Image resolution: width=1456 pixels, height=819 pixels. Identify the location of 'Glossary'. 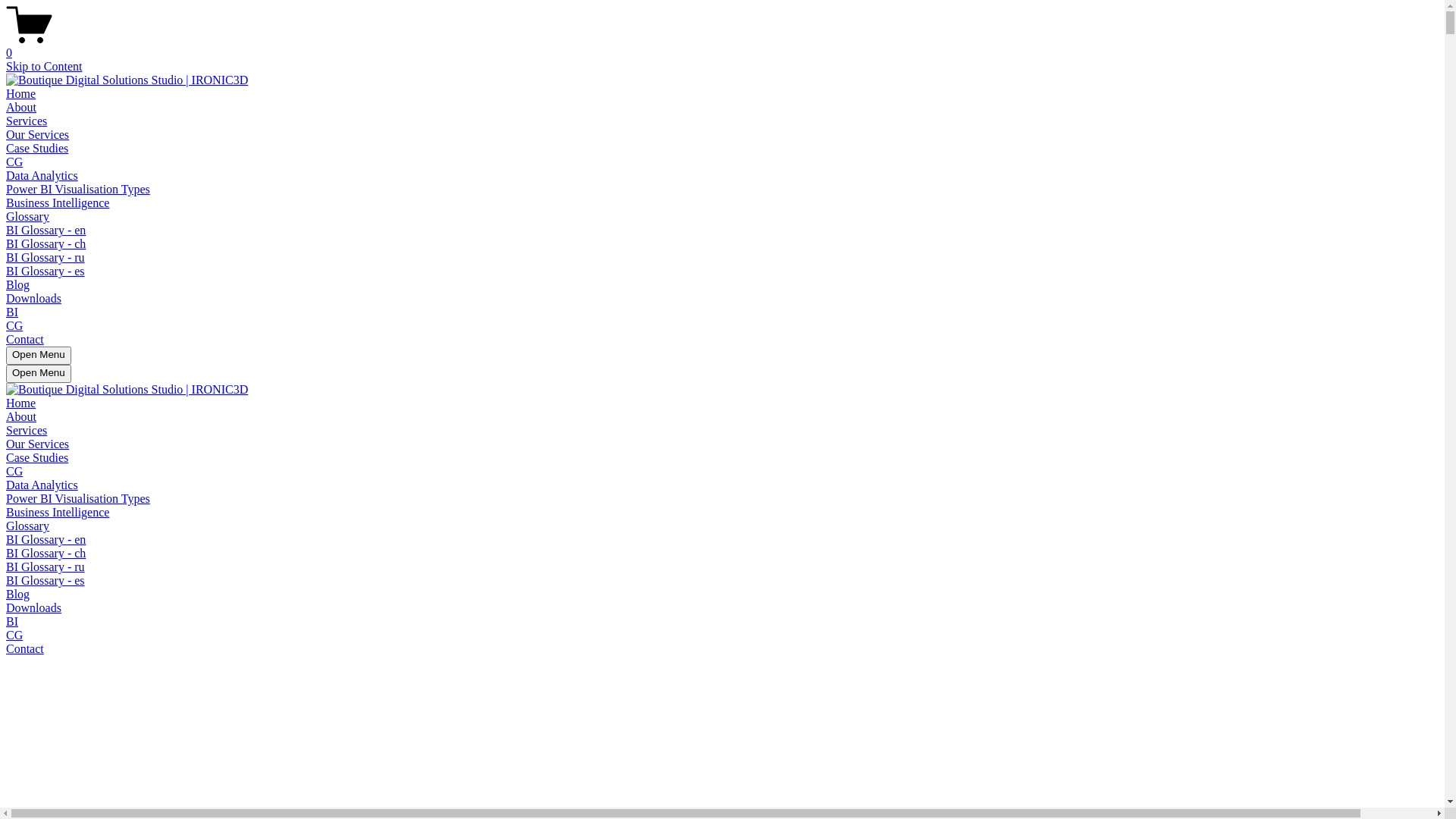
(27, 525).